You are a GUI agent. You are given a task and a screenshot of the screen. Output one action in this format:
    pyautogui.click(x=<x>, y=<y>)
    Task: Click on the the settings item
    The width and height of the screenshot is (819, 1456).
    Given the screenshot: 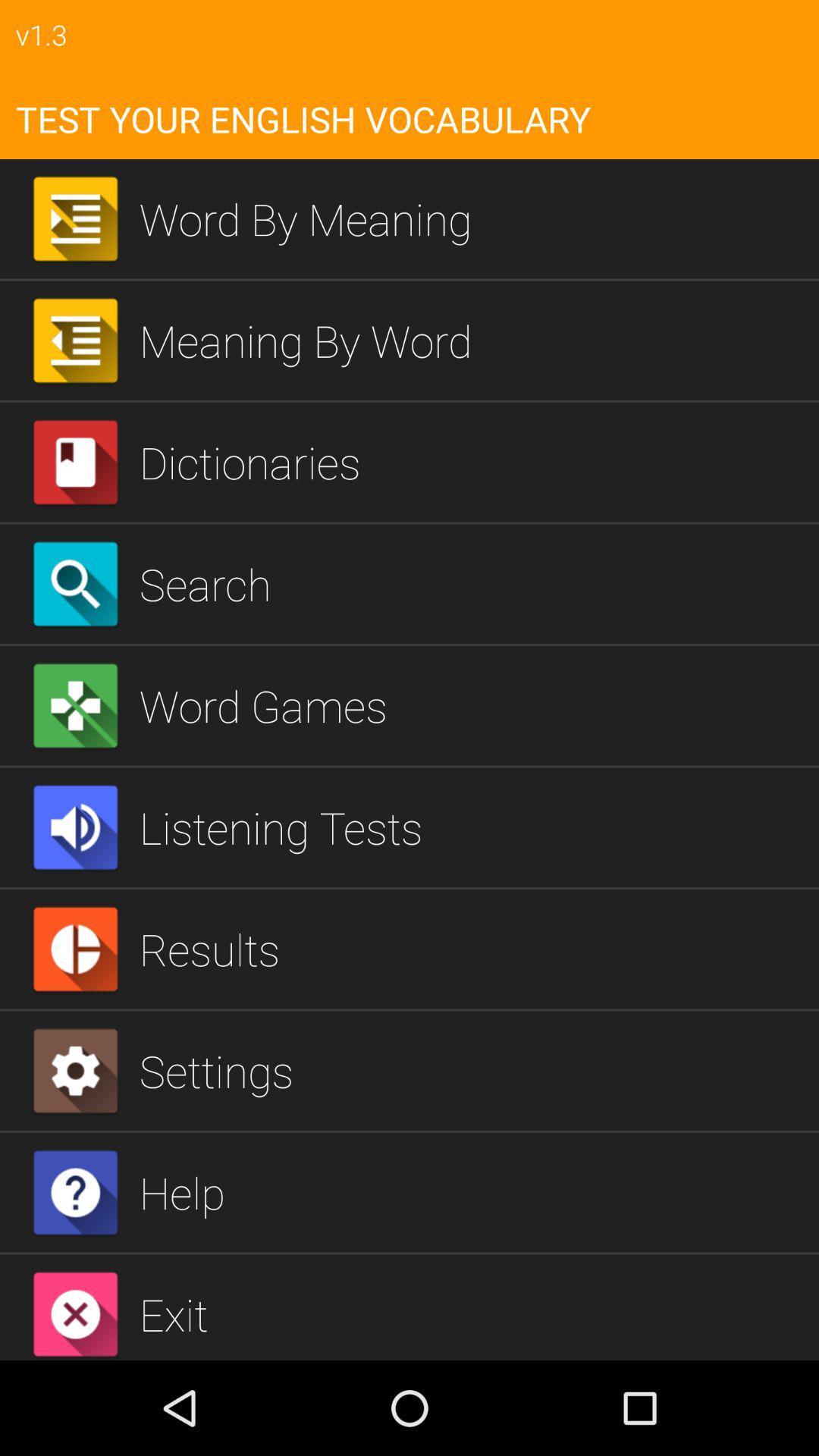 What is the action you would take?
    pyautogui.click(x=472, y=1070)
    